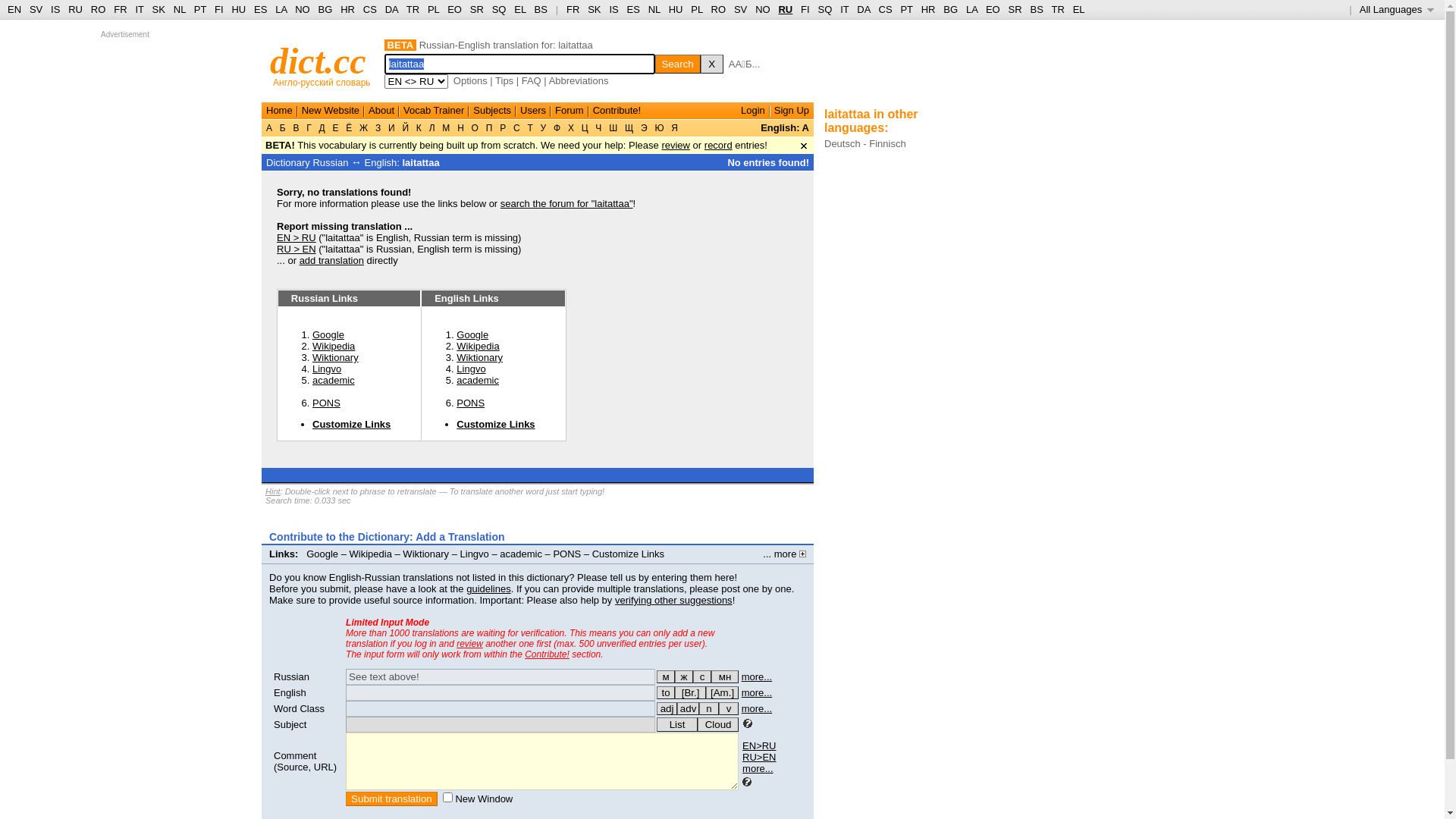  What do you see at coordinates (965, 9) in the screenshot?
I see `'LA'` at bounding box center [965, 9].